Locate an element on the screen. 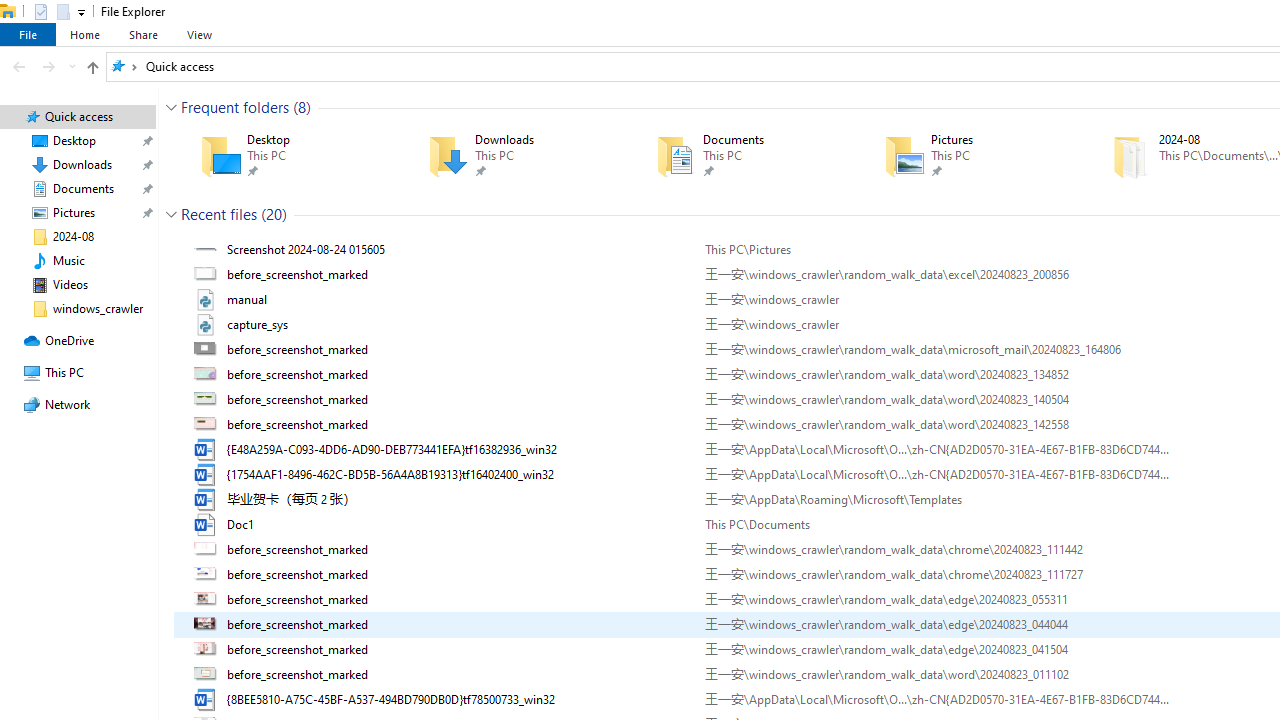  'Quick Access Toolbar' is located at coordinates (51, 11).